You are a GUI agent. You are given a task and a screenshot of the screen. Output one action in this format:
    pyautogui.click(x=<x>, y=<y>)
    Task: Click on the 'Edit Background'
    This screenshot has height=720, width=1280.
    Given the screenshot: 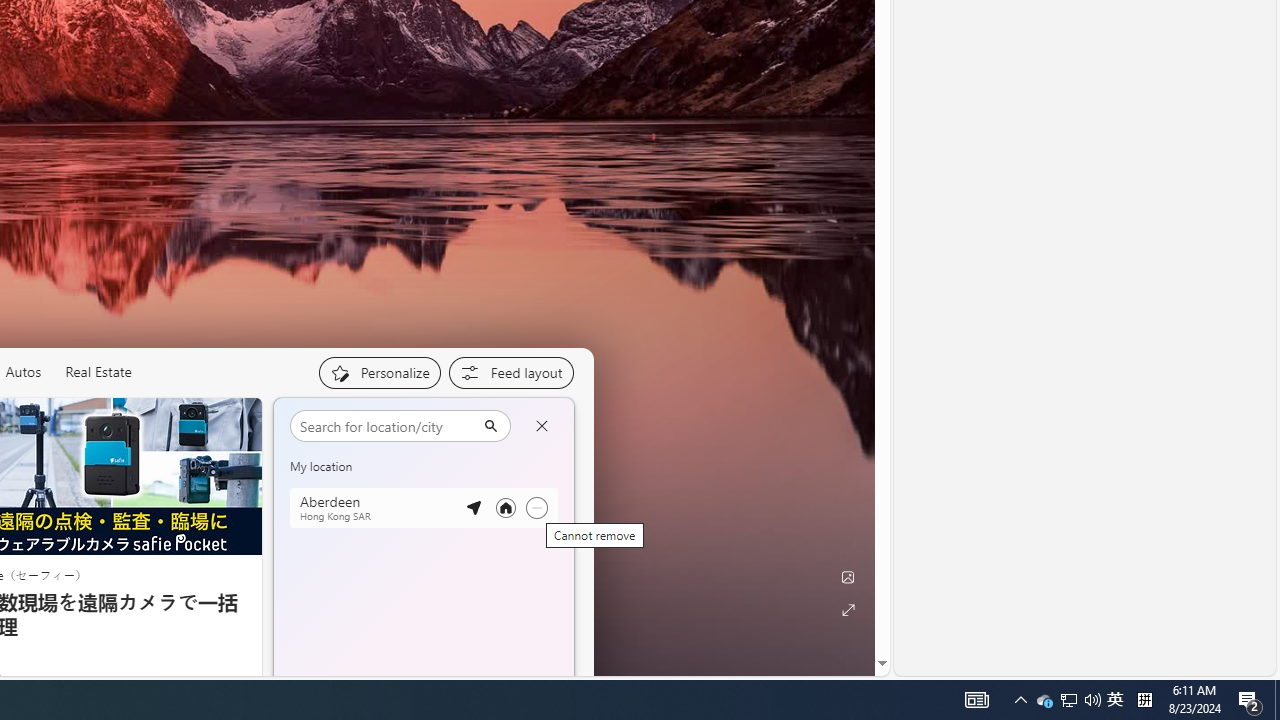 What is the action you would take?
    pyautogui.click(x=848, y=577)
    